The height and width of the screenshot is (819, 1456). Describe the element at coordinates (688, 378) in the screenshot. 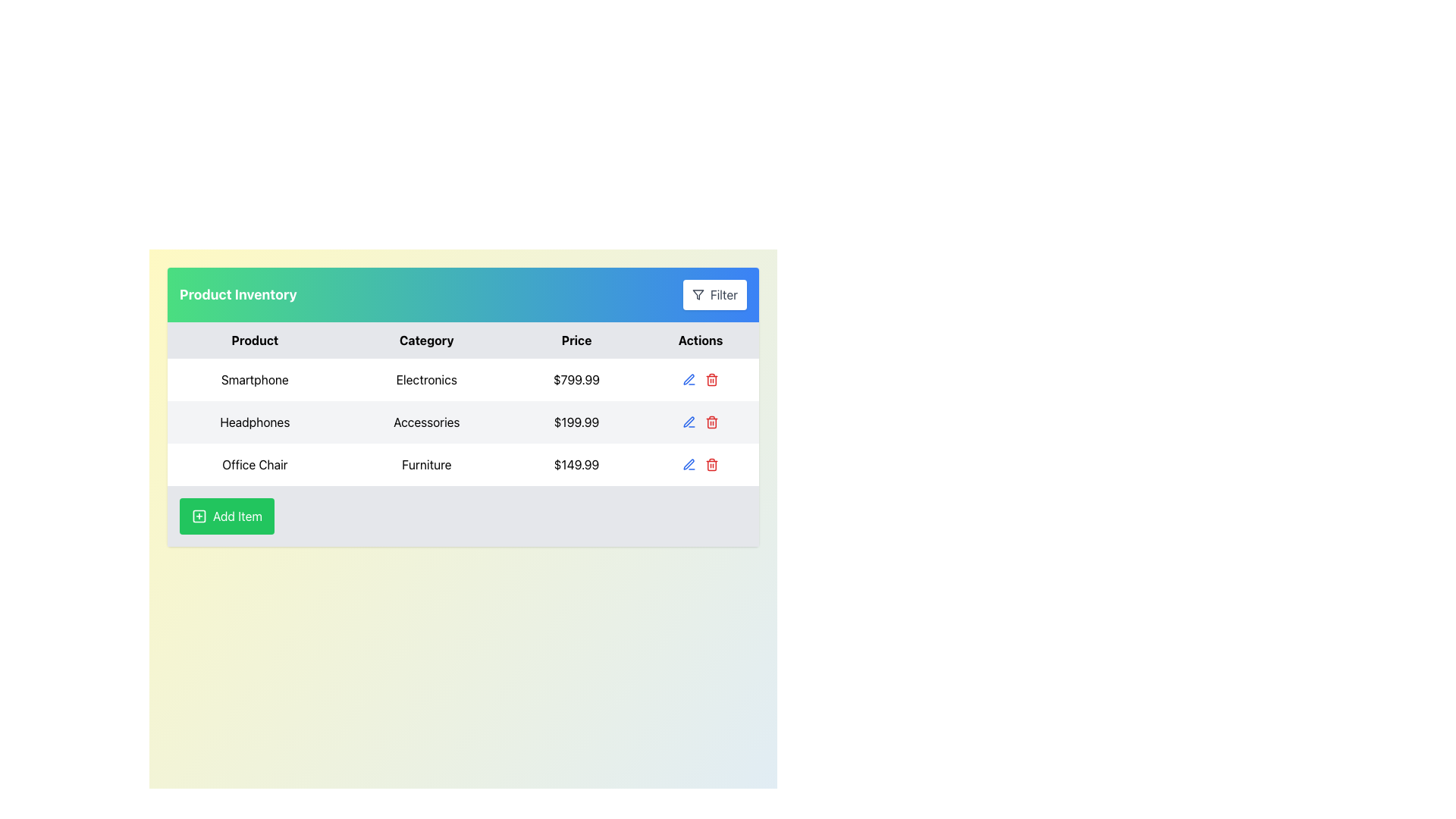

I see `the pen icon in the Actions column of the second row to initiate the edit action for the Headphones product` at that location.